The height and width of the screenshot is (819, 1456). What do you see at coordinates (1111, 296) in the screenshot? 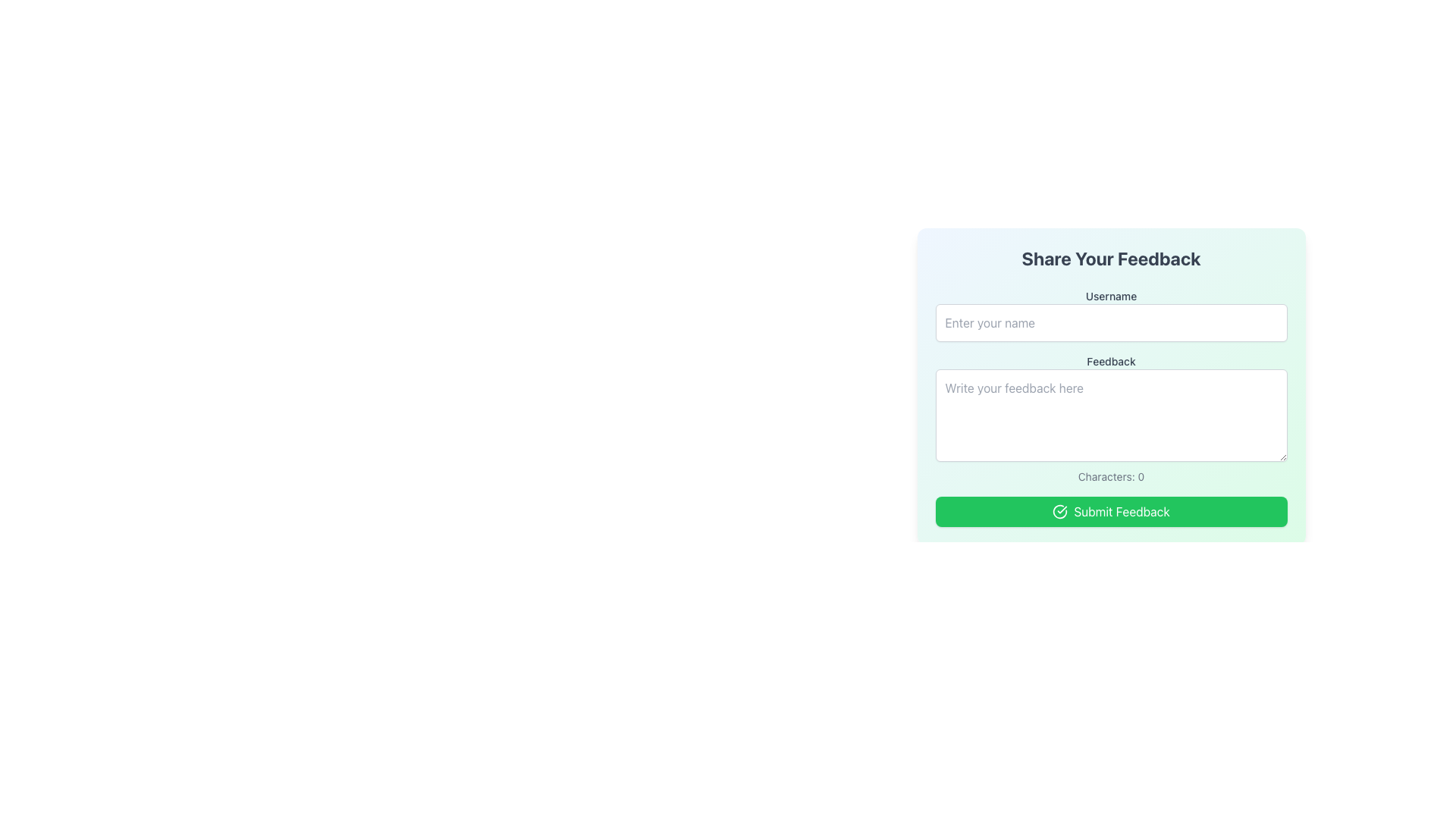
I see `the 'Username' label element, which is positioned above the input field and styled in bold, gray sans-serif font` at bounding box center [1111, 296].